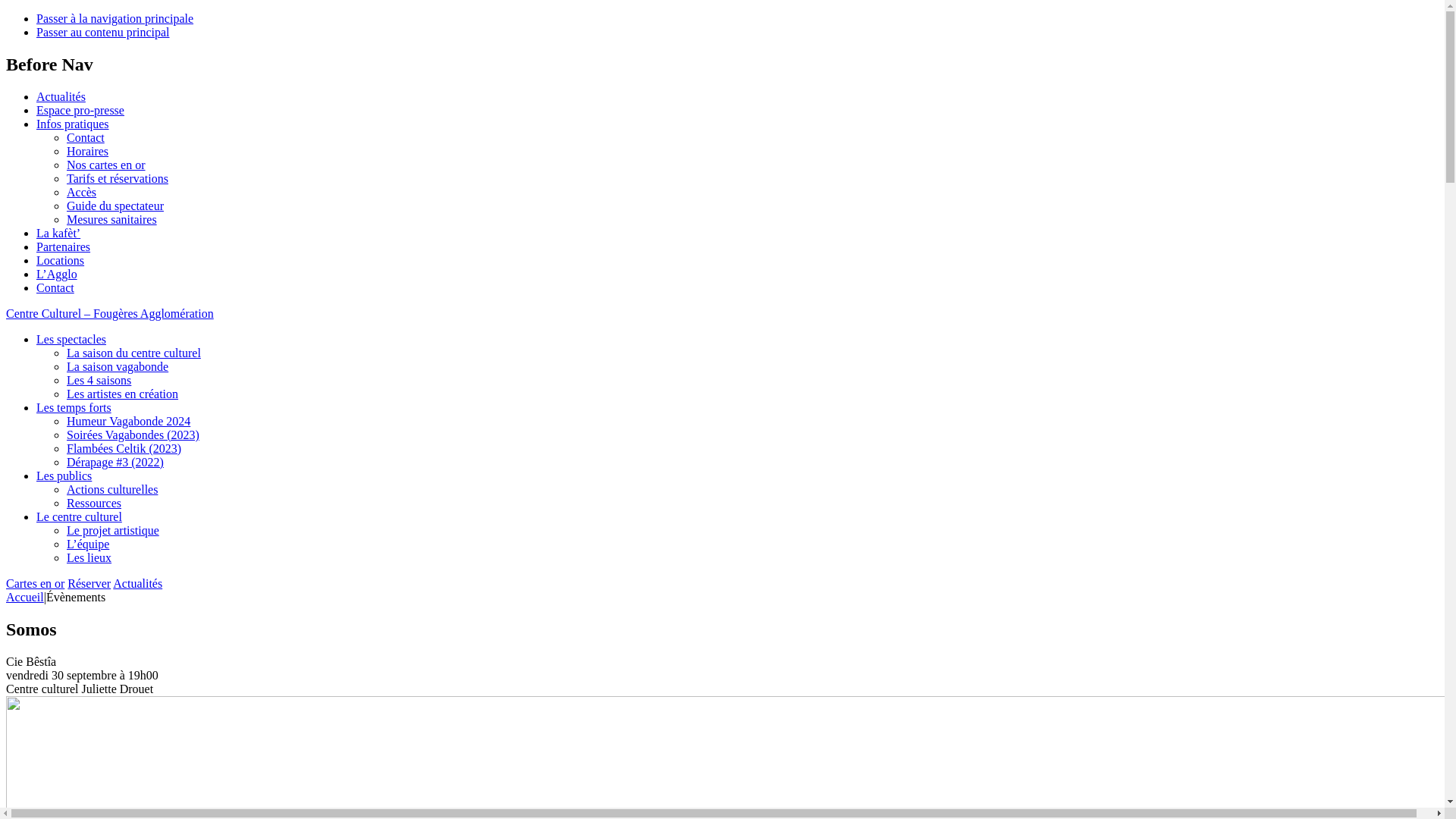  Describe the element at coordinates (86, 151) in the screenshot. I see `'Horaires'` at that location.